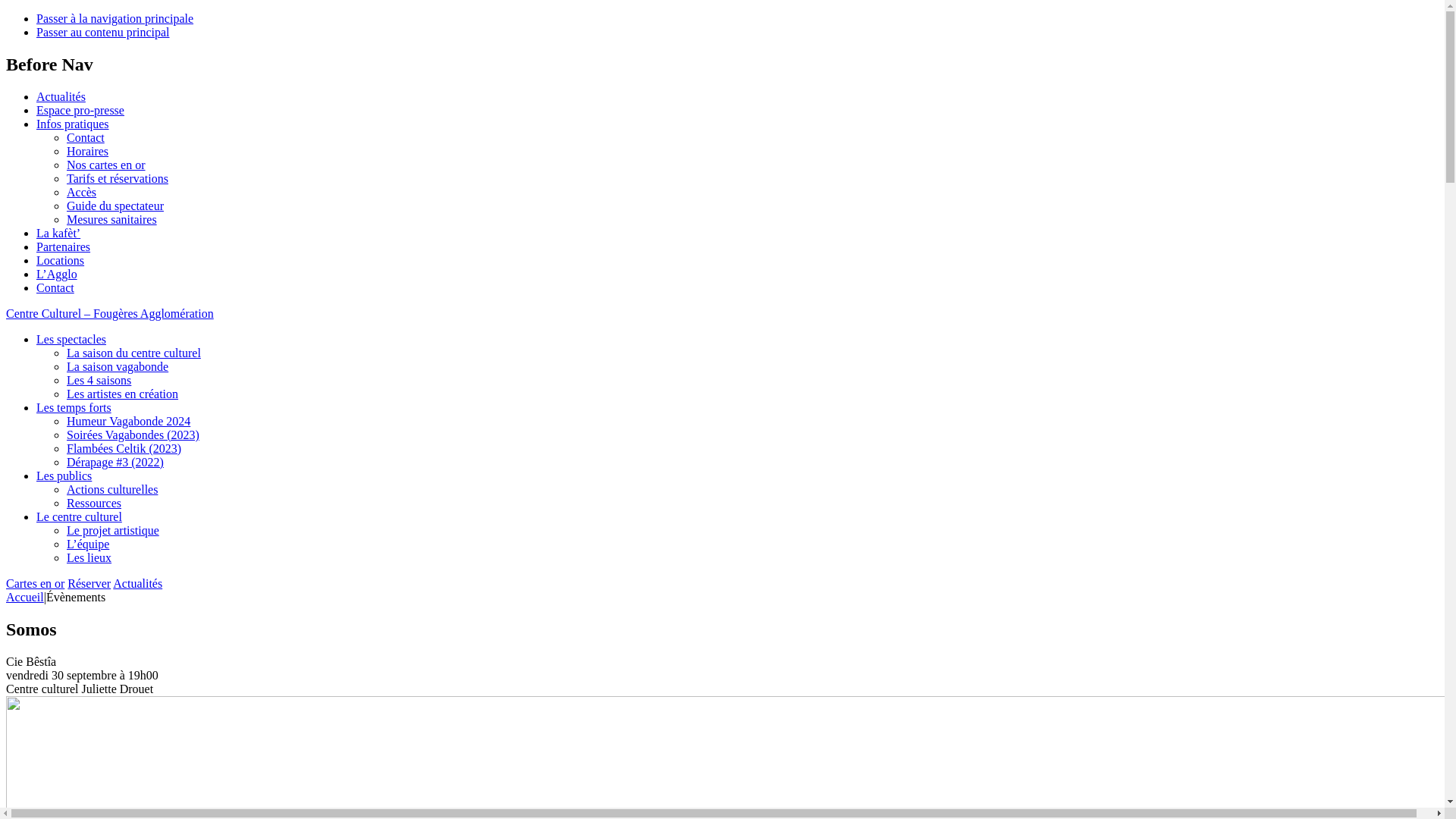  Describe the element at coordinates (86, 151) in the screenshot. I see `'Horaires'` at that location.